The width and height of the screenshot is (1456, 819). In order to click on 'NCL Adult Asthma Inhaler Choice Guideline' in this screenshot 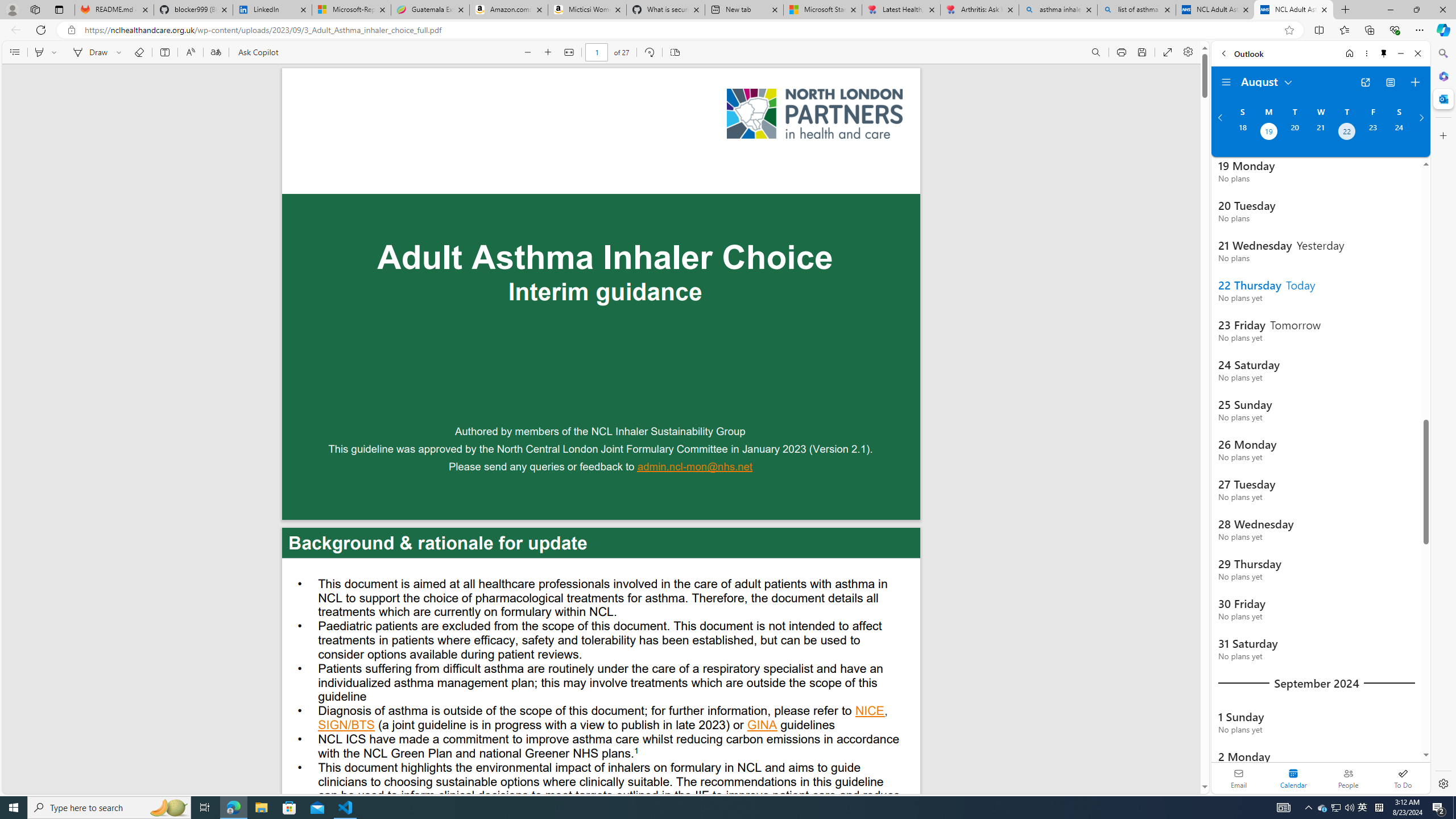, I will do `click(1293, 9)`.